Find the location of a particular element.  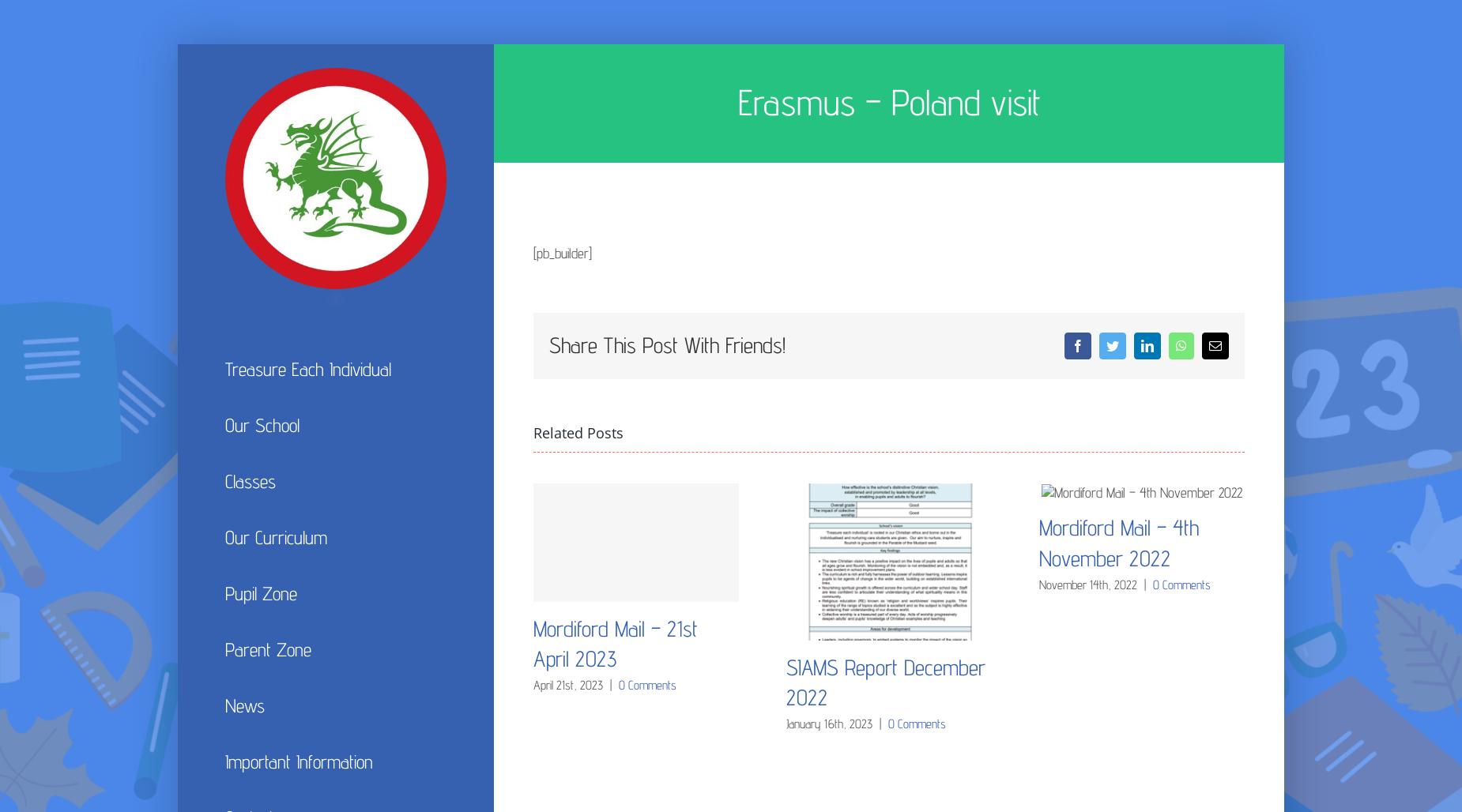

'Admissions' is located at coordinates (544, 681).